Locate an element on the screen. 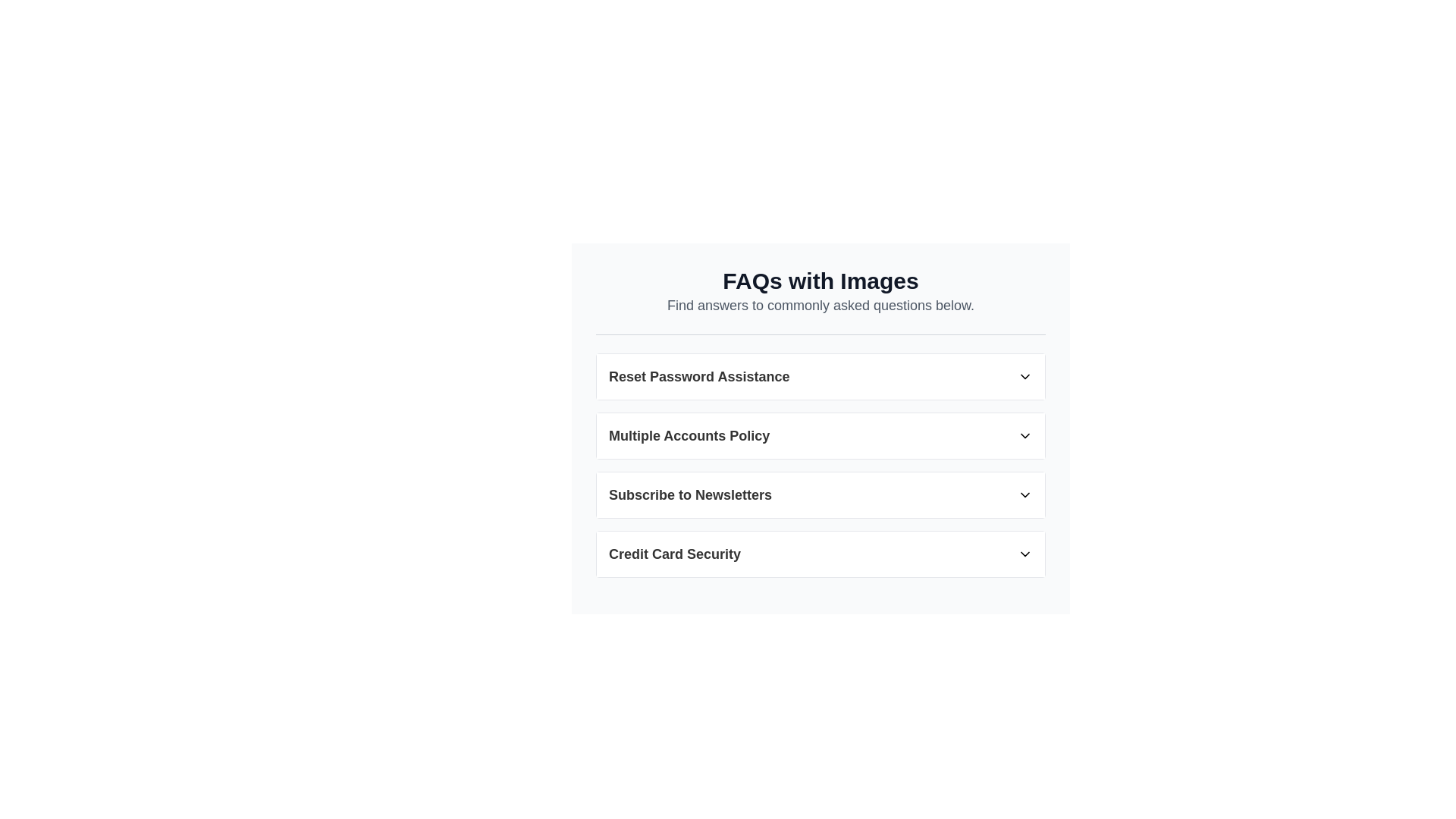  keyboard navigation is located at coordinates (820, 435).